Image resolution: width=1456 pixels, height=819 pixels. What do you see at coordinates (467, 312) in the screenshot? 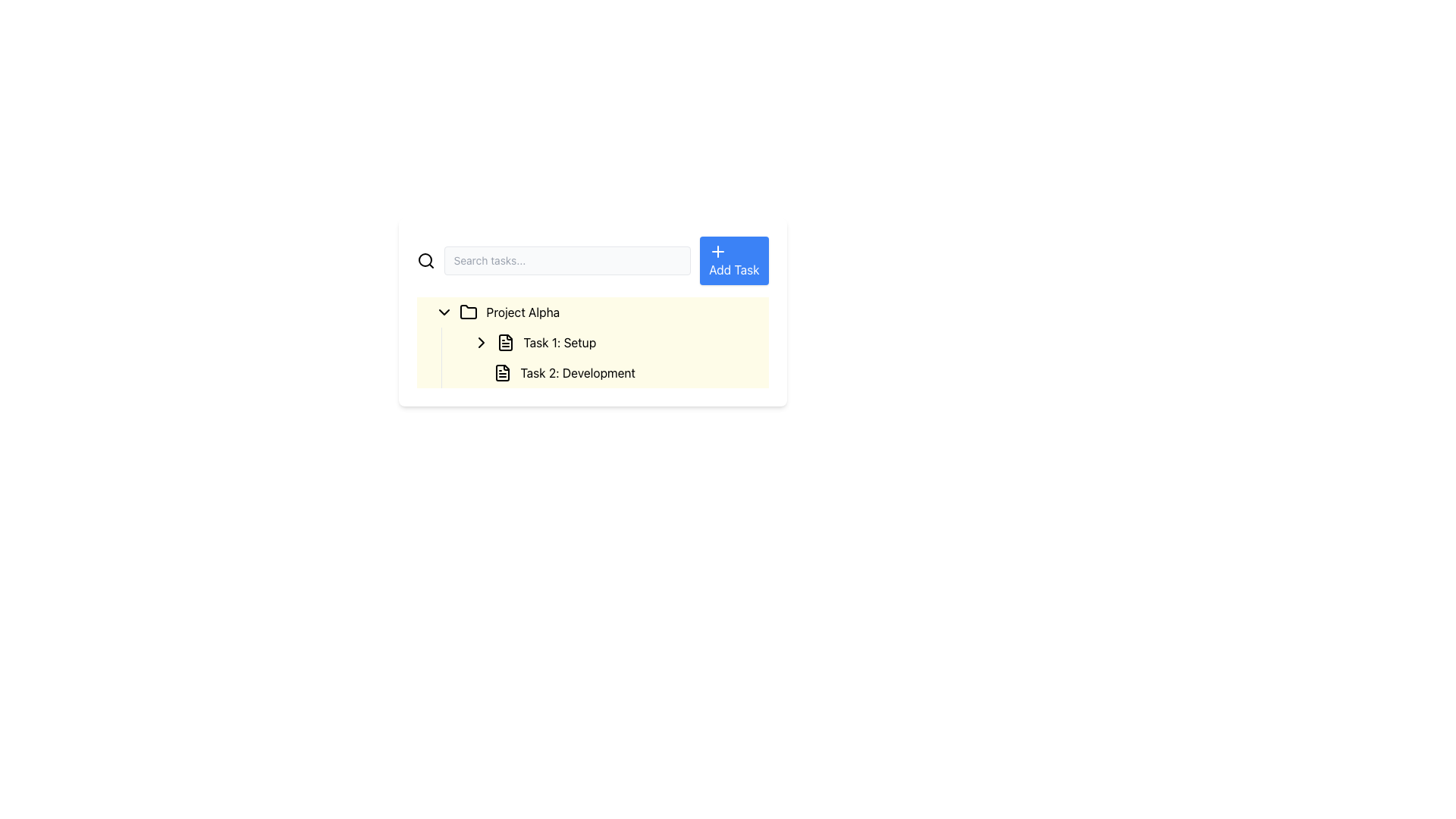
I see `the folder icon representing 'Project Alpha'` at bounding box center [467, 312].